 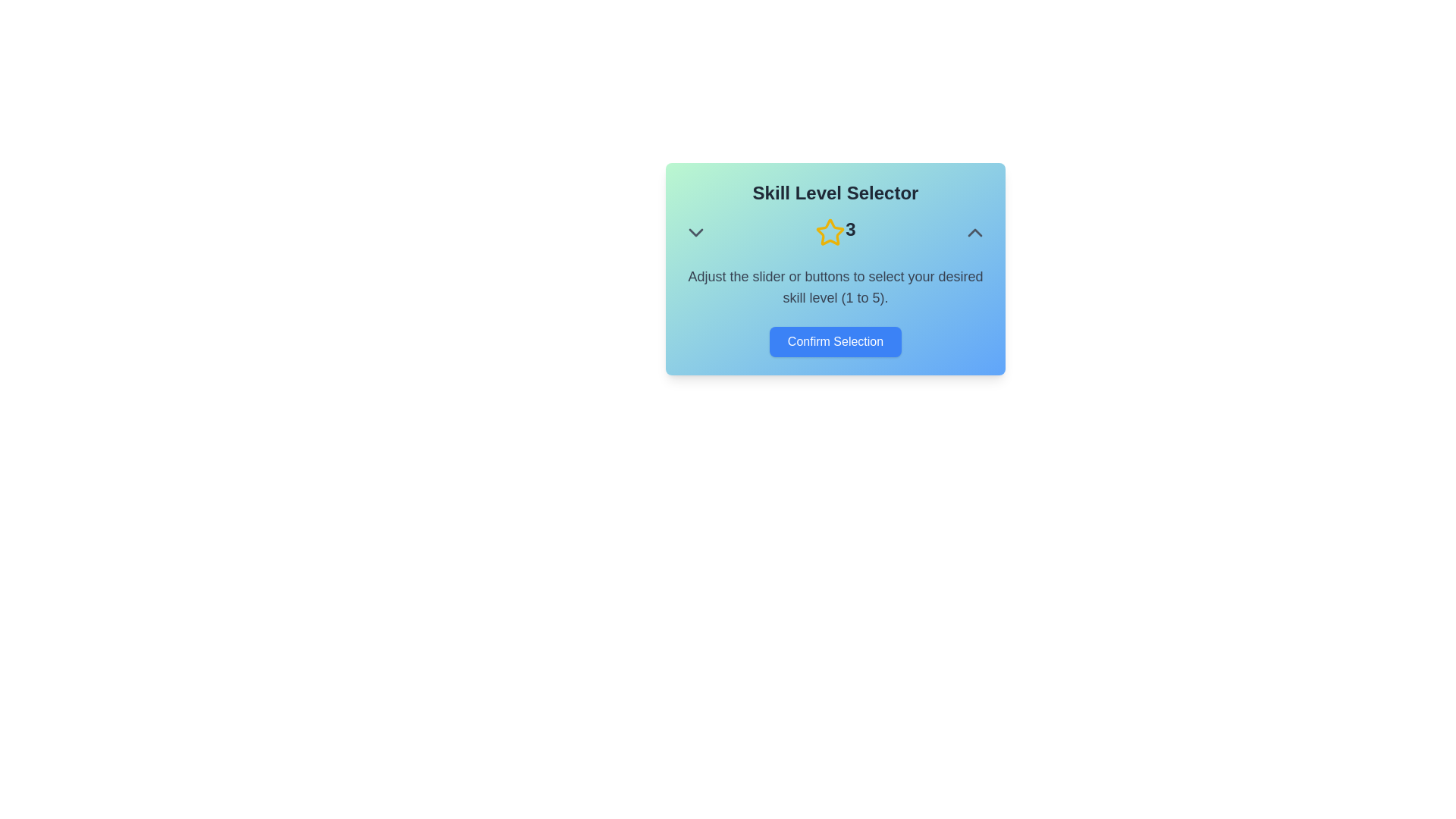 I want to click on the skill level to 5 by clicking the appropriate arrow button, so click(x=975, y=233).